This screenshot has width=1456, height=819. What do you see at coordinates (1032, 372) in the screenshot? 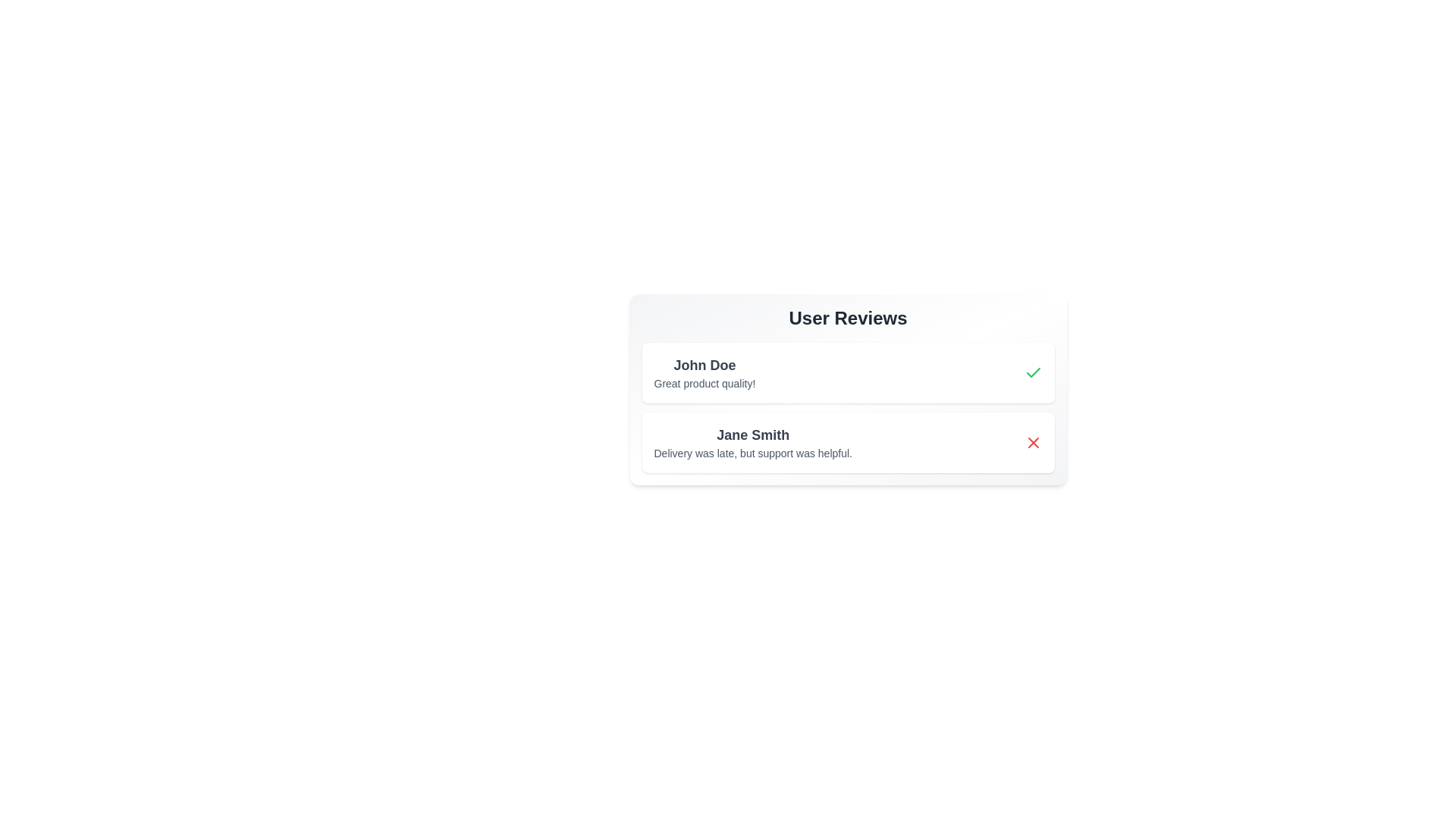
I see `the green checkmark icon in the first row of the user reviews section` at bounding box center [1032, 372].